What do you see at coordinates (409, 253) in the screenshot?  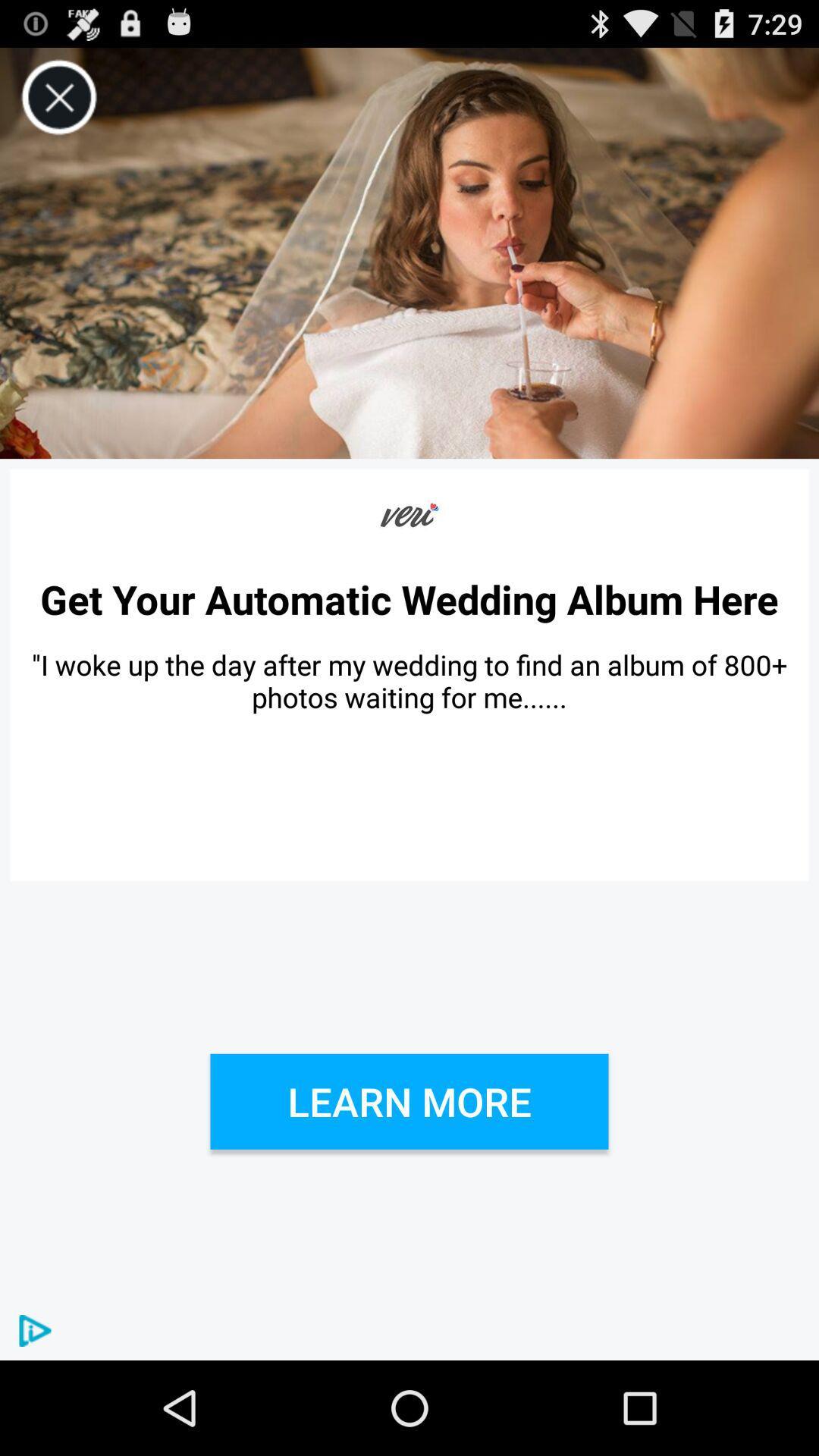 I see `click on the image` at bounding box center [409, 253].